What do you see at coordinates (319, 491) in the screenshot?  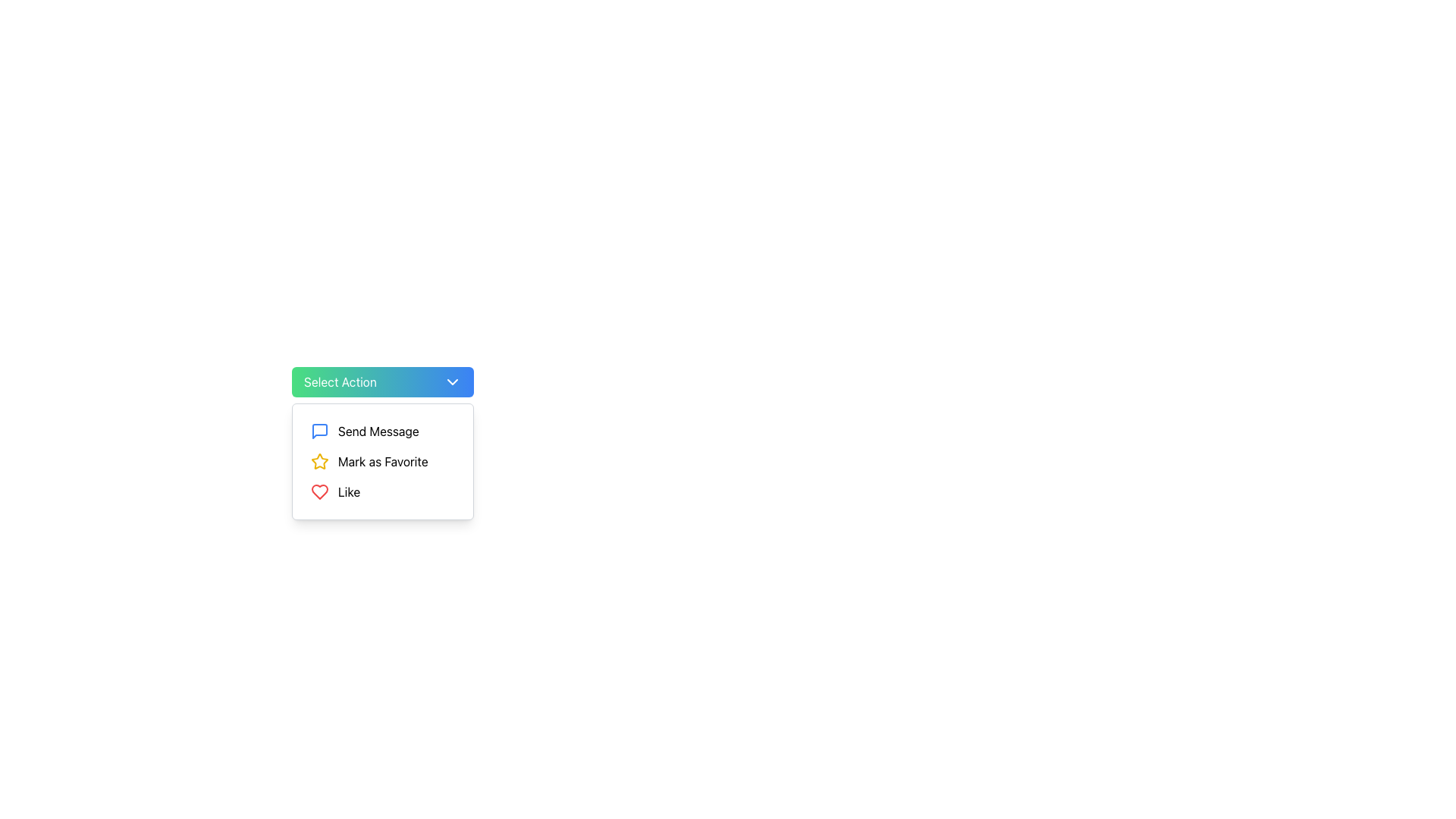 I see `the red heart-shaped icon located next to the 'Like' text in the action menu` at bounding box center [319, 491].